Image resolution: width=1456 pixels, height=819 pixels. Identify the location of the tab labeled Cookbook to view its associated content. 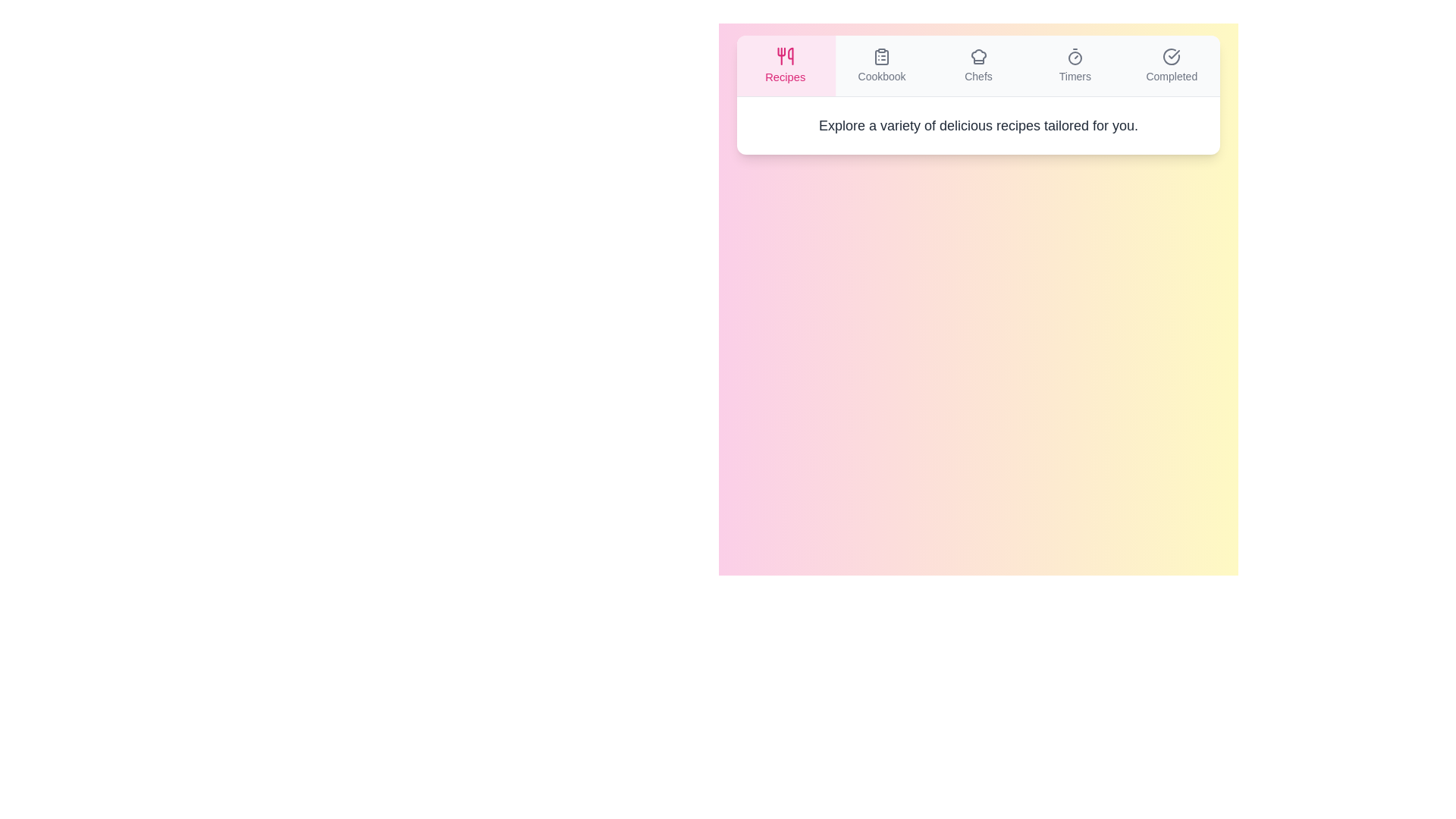
(882, 65).